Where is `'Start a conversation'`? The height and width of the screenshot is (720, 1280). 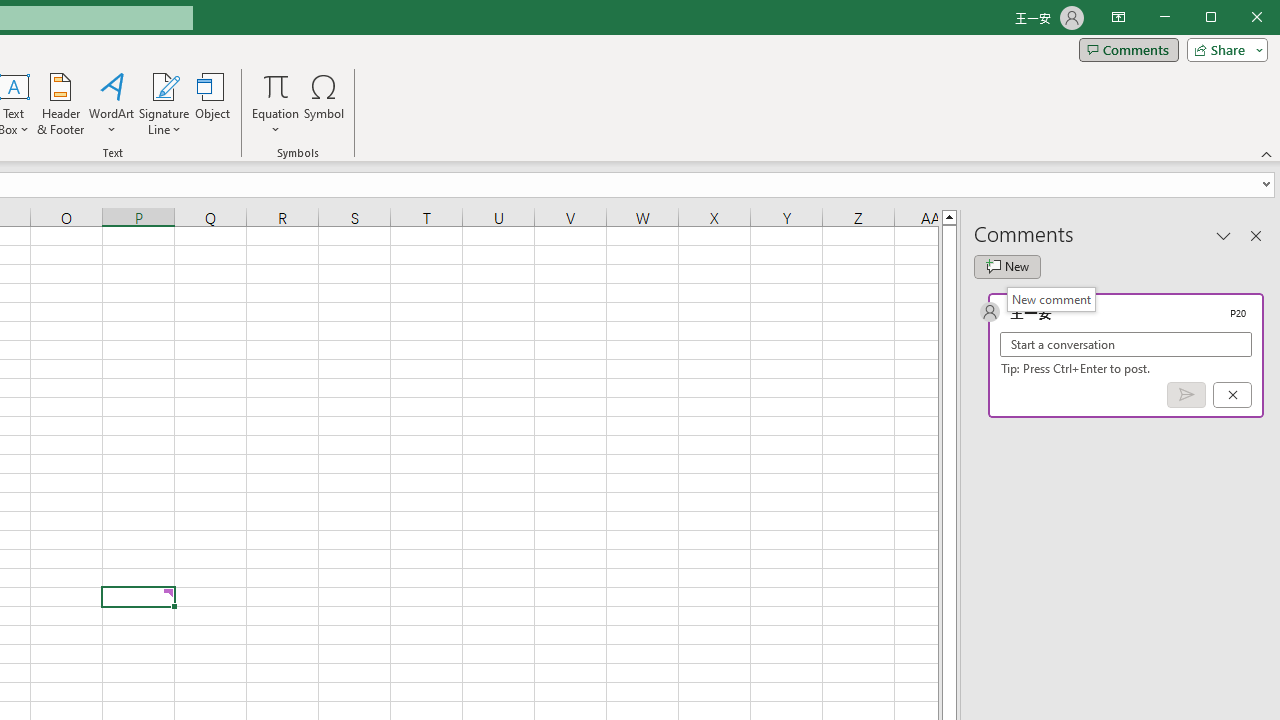
'Start a conversation' is located at coordinates (1126, 343).